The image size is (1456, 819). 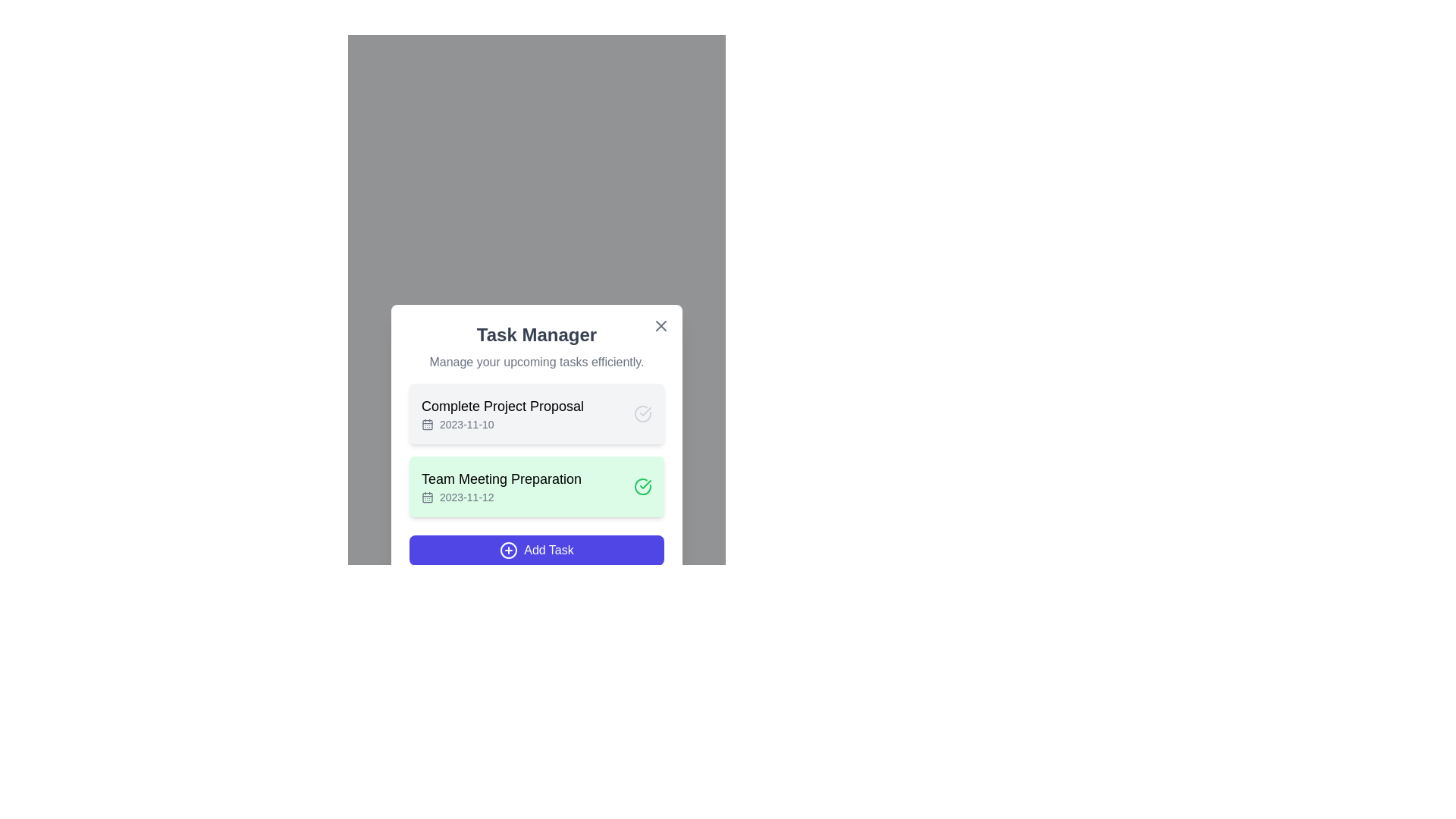 What do you see at coordinates (645, 485) in the screenshot?
I see `the green checkmark icon indicating completed status next to 'Team Meeting Preparation' in the Task Manager dialog box` at bounding box center [645, 485].